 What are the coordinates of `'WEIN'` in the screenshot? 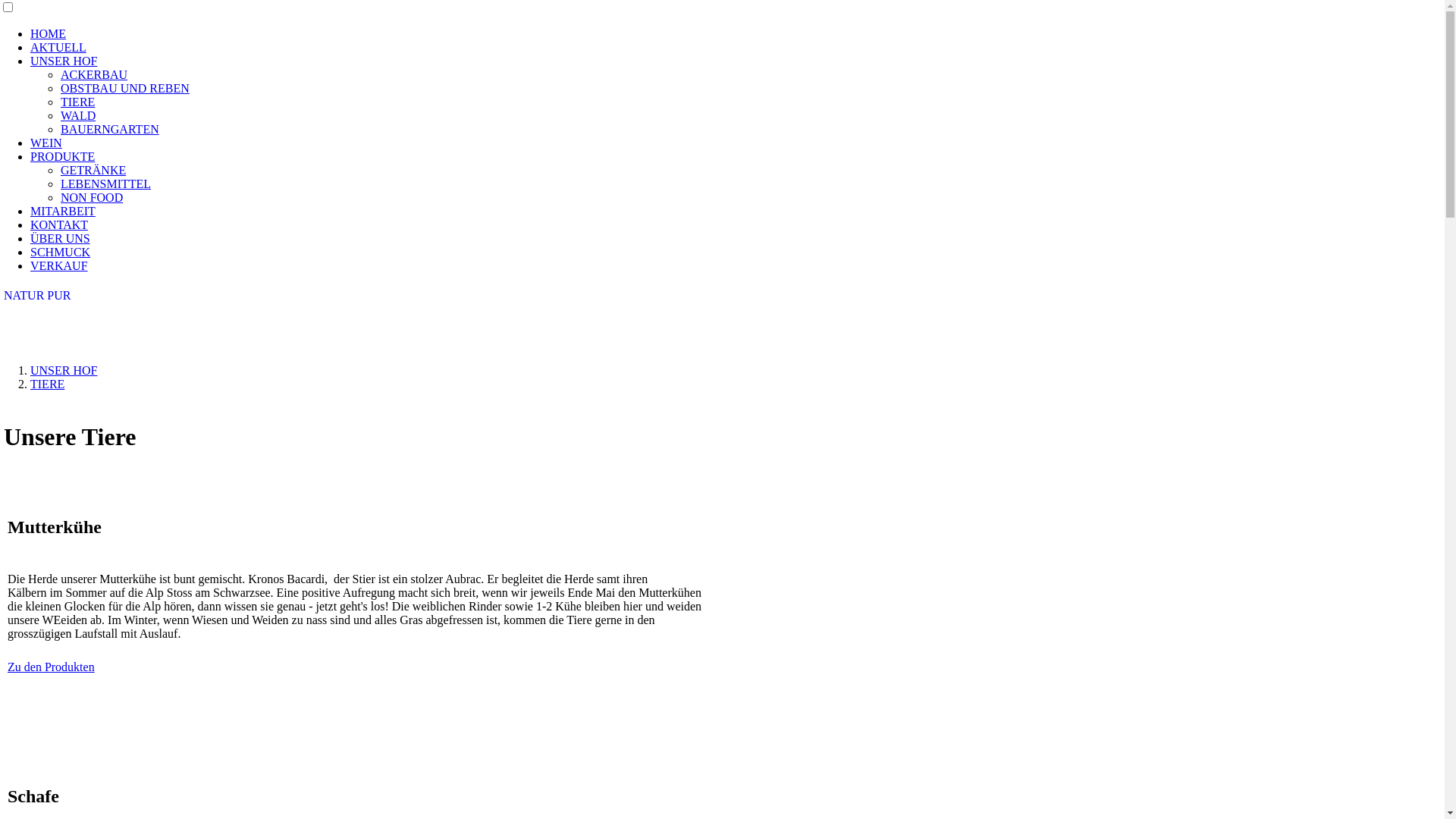 It's located at (30, 143).